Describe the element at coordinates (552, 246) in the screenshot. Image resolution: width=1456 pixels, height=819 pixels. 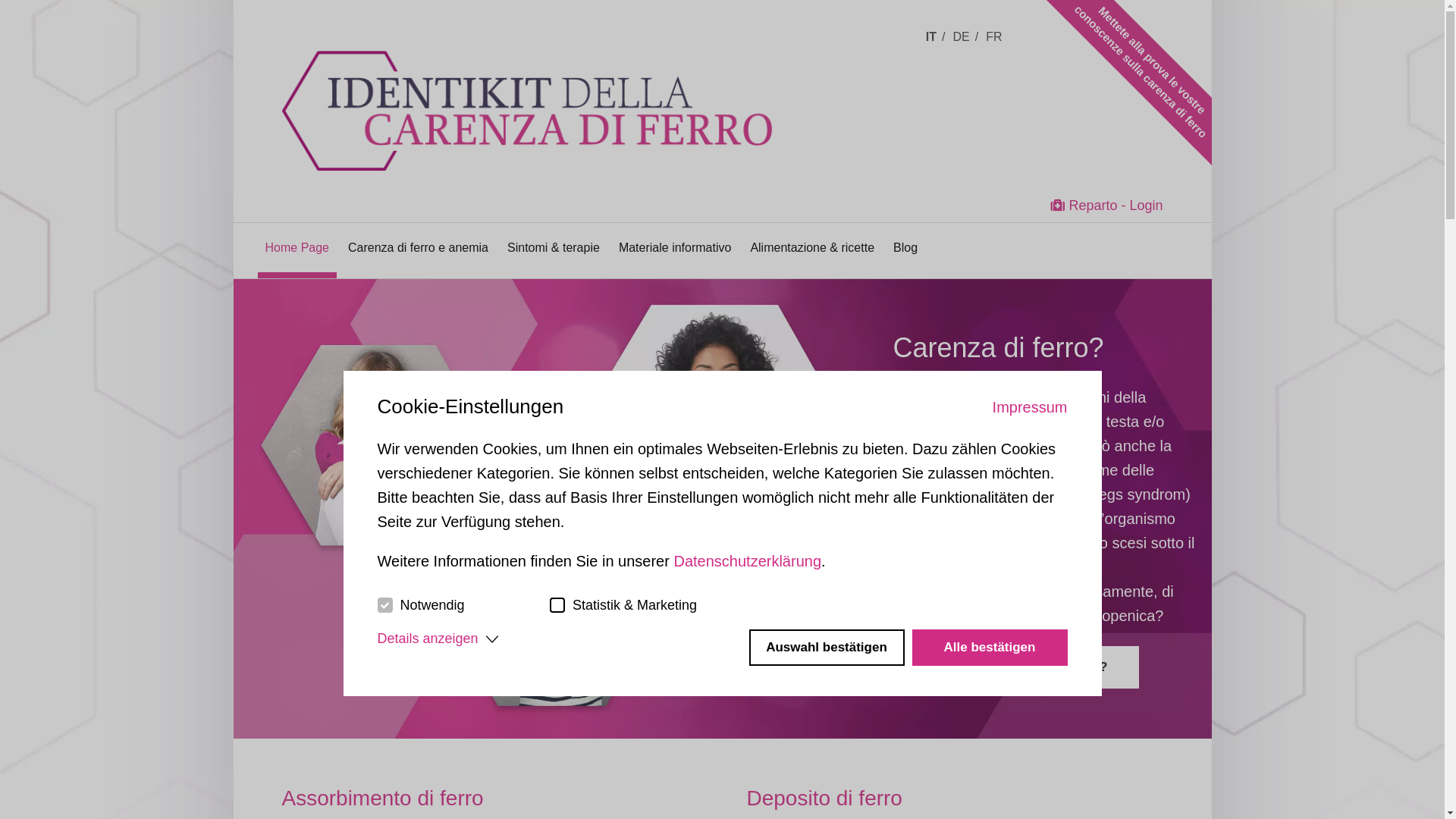
I see `'Sintomi & terapie'` at that location.